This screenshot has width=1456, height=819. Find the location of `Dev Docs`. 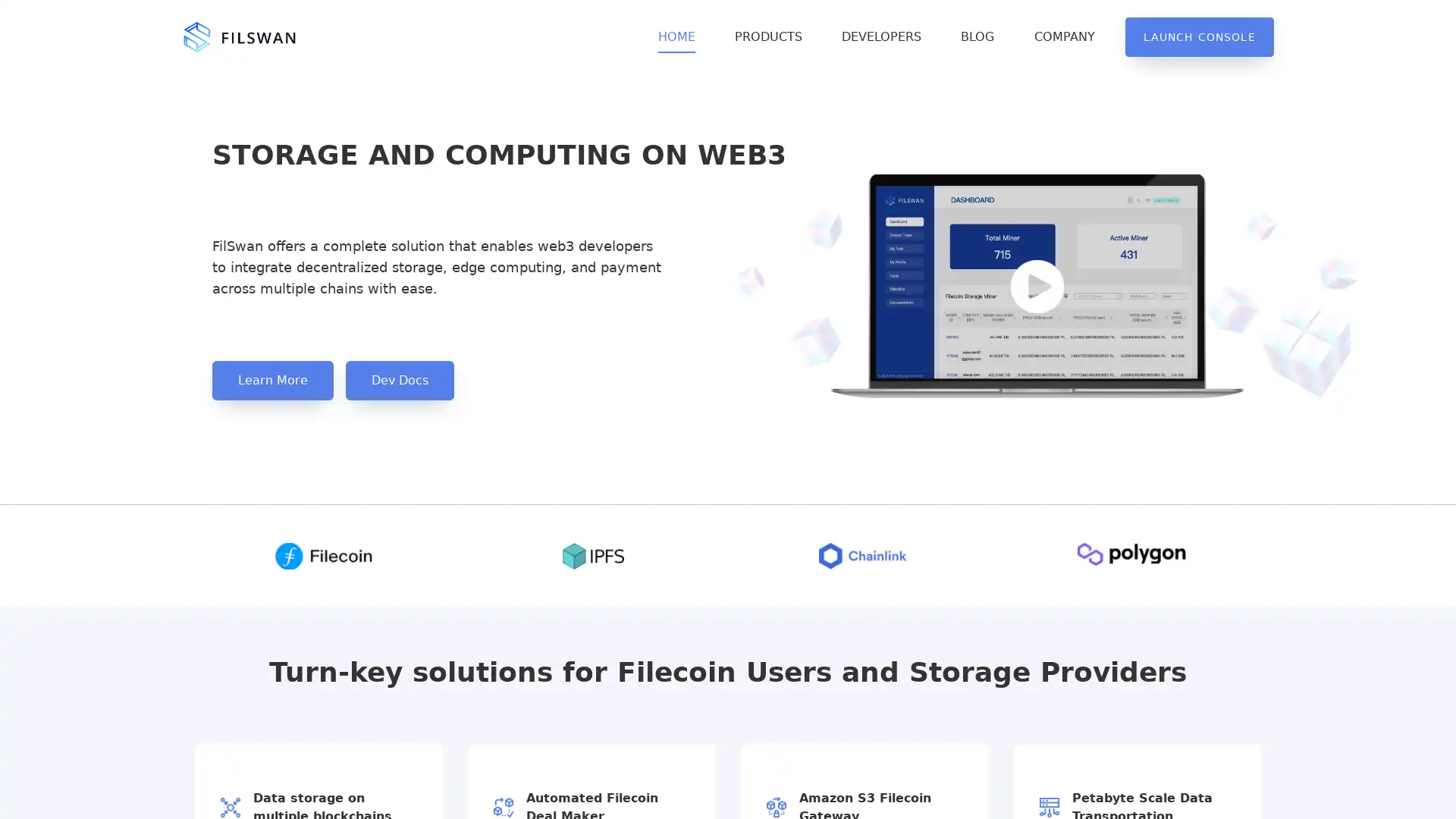

Dev Docs is located at coordinates (400, 379).